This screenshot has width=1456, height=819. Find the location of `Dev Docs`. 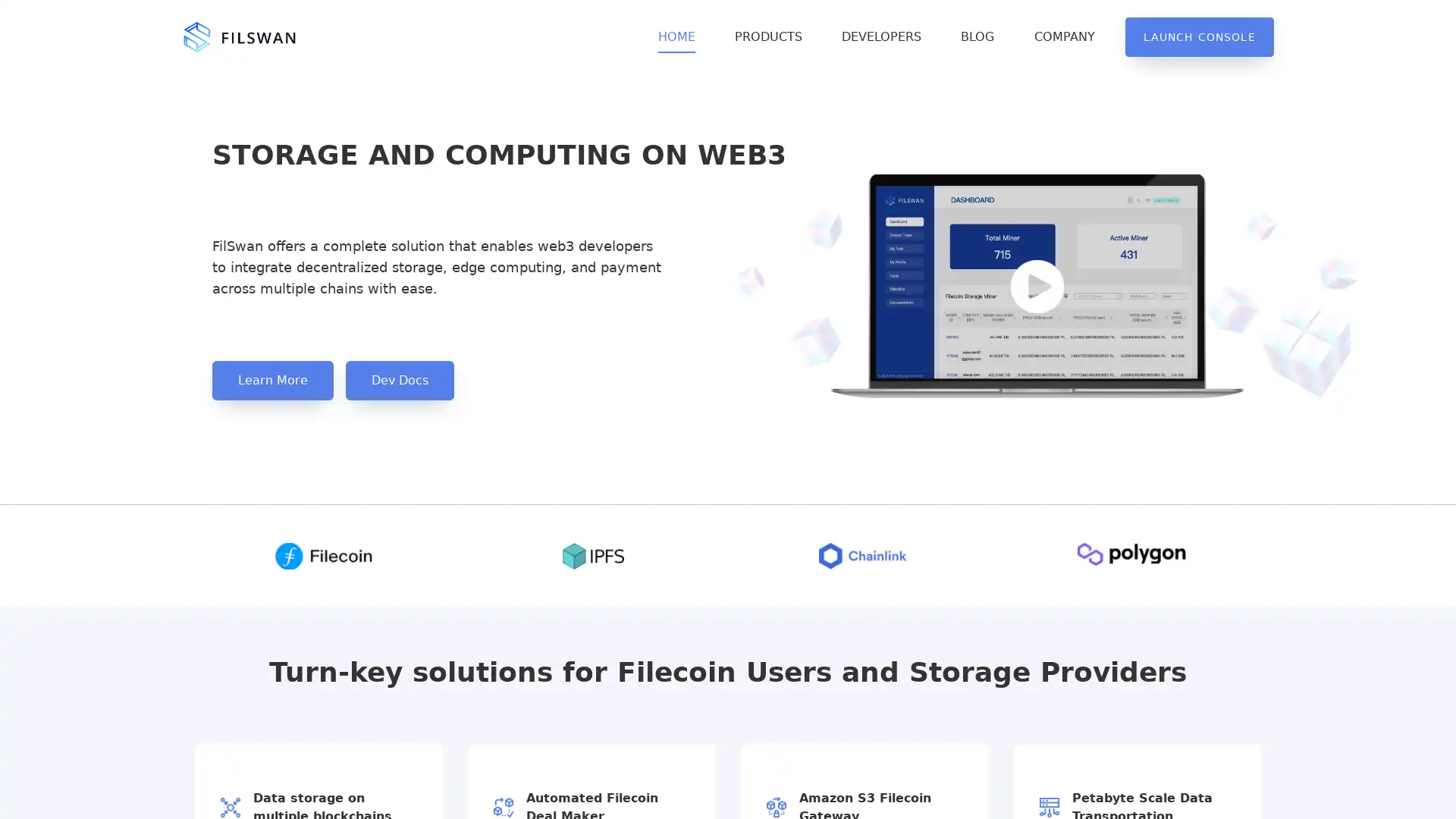

Dev Docs is located at coordinates (400, 379).